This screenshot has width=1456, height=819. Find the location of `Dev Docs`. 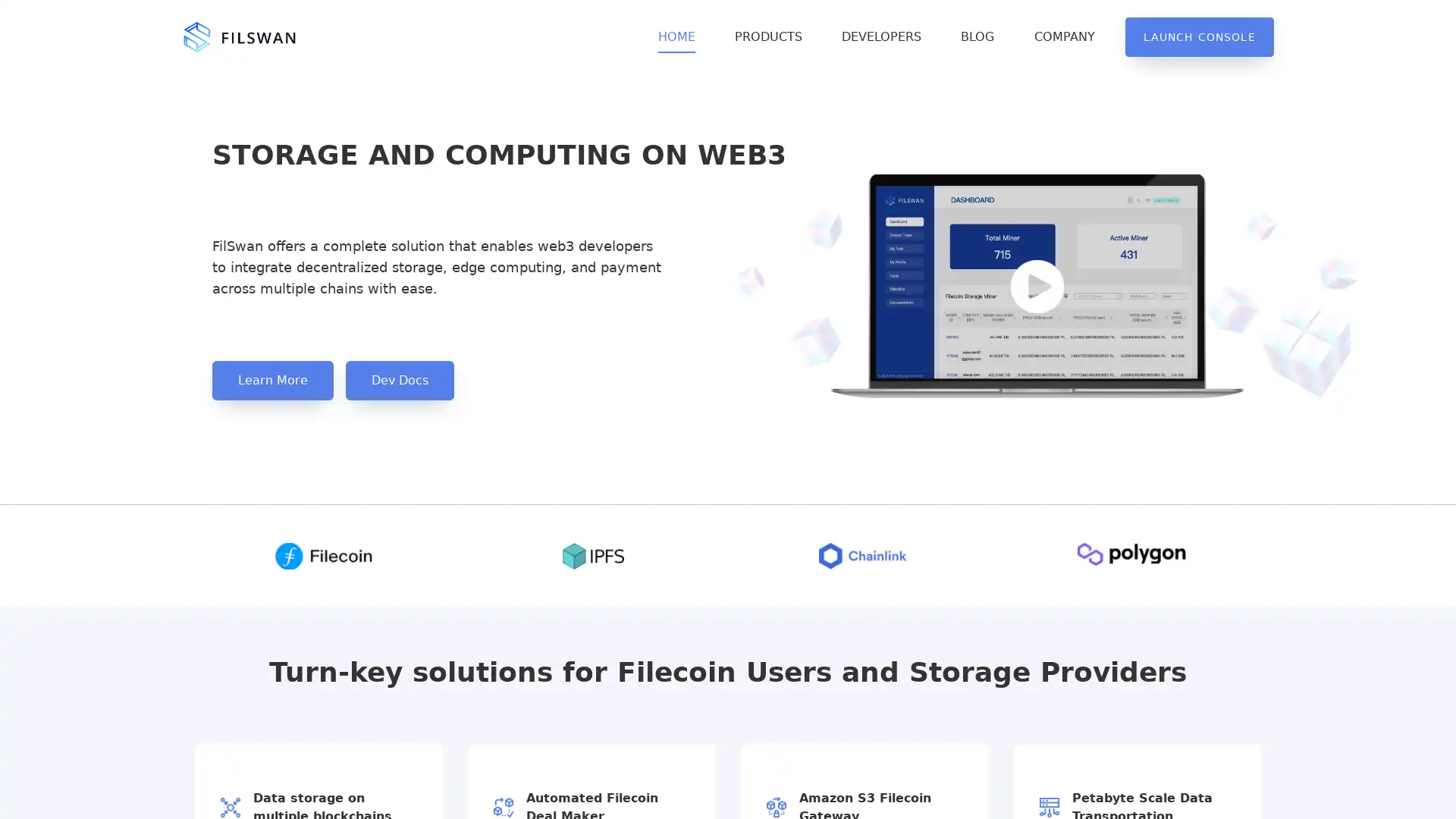

Dev Docs is located at coordinates (400, 379).